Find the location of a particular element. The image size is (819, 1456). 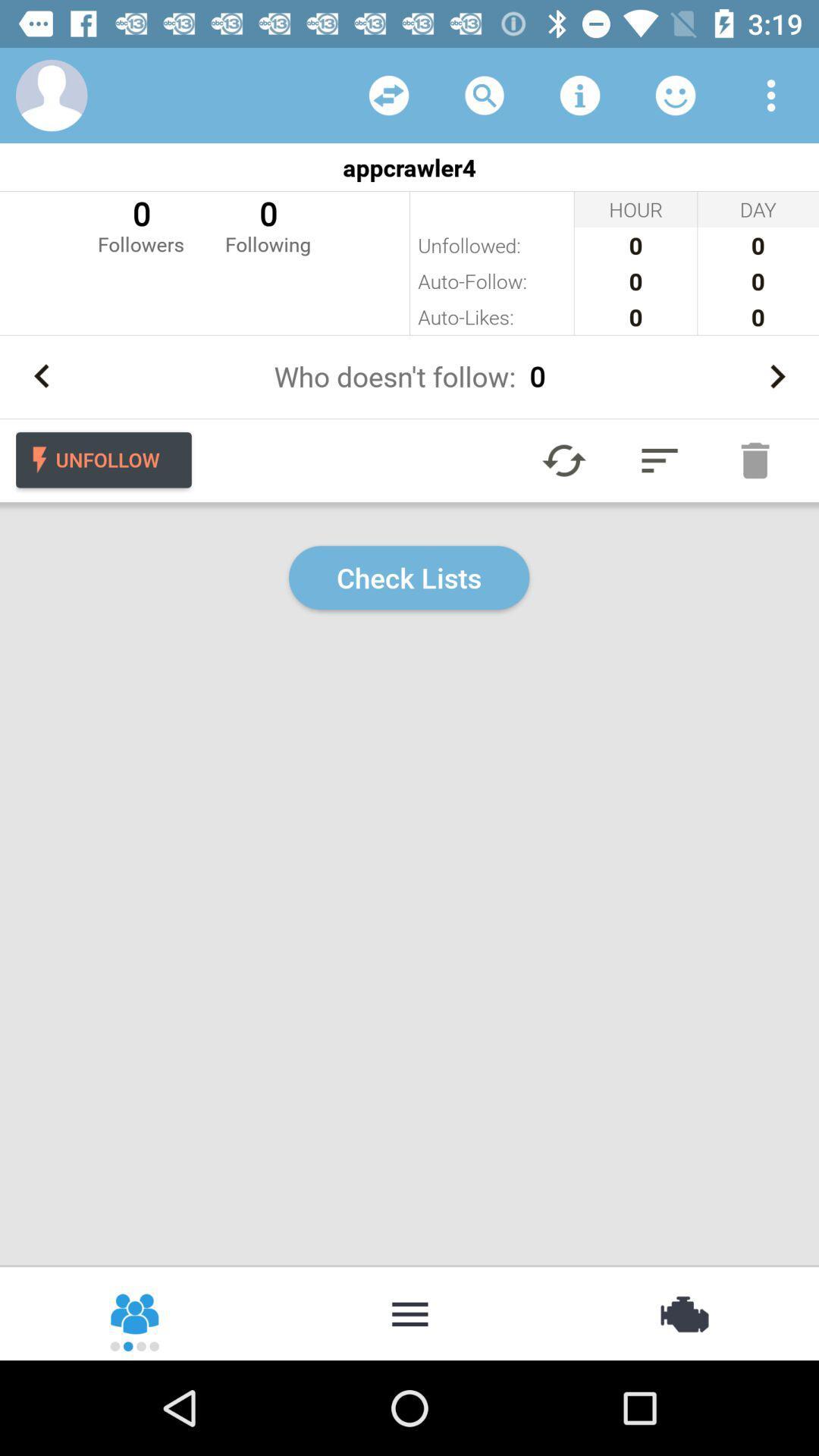

item below the who doesn t is located at coordinates (659, 460).